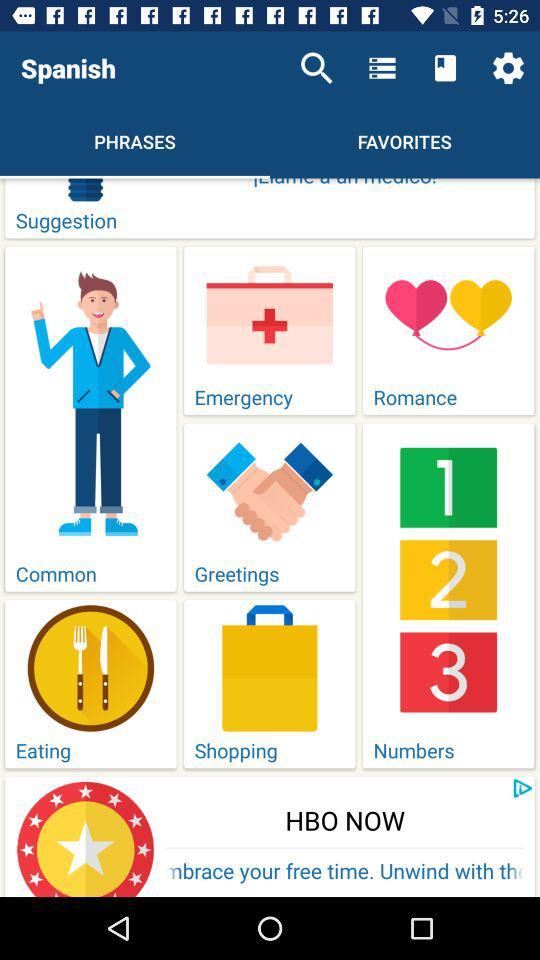  I want to click on item above the llame a un icon, so click(508, 68).